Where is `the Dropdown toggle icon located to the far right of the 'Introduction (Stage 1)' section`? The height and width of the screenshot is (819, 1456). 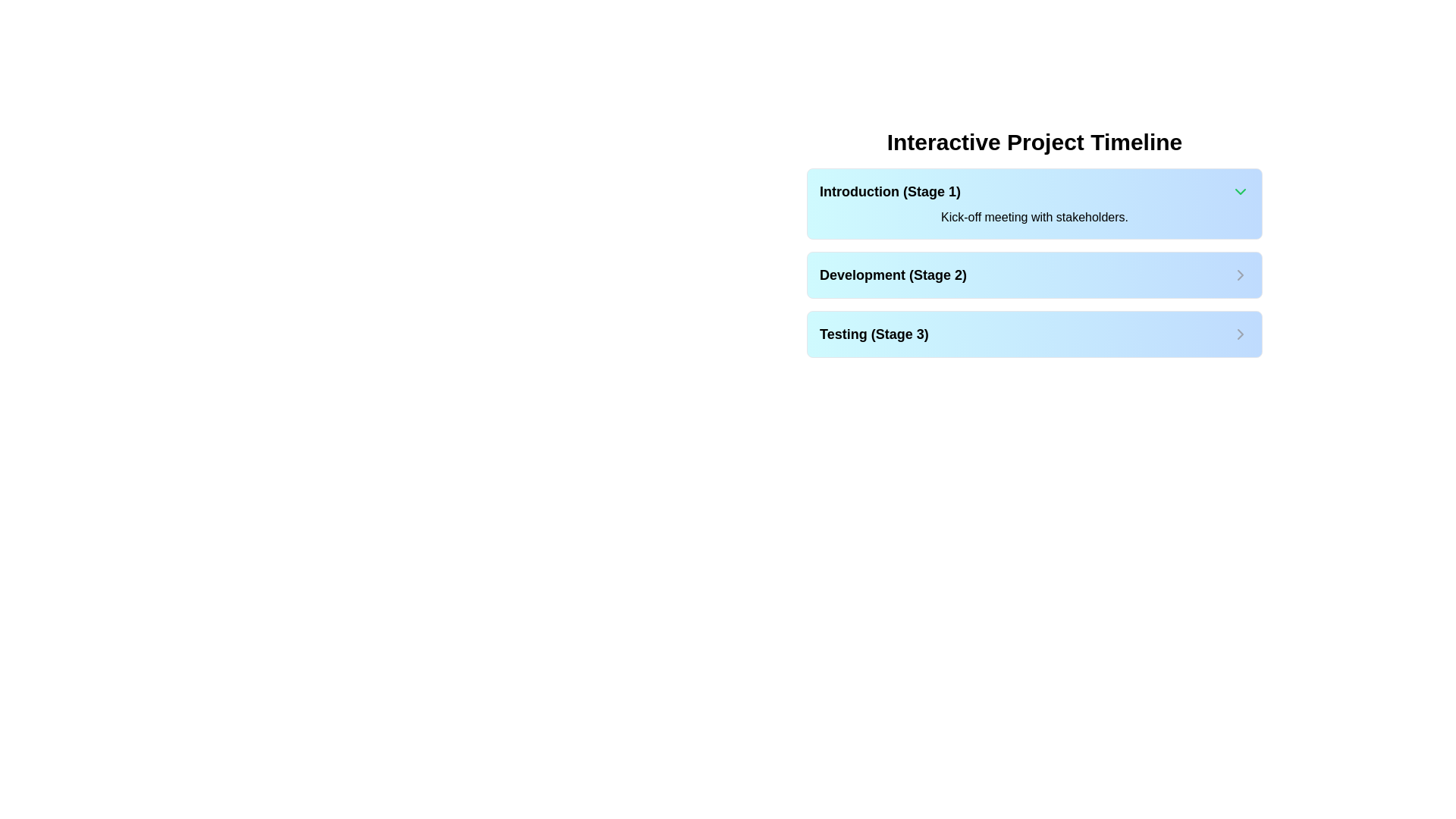 the Dropdown toggle icon located to the far right of the 'Introduction (Stage 1)' section is located at coordinates (1241, 191).